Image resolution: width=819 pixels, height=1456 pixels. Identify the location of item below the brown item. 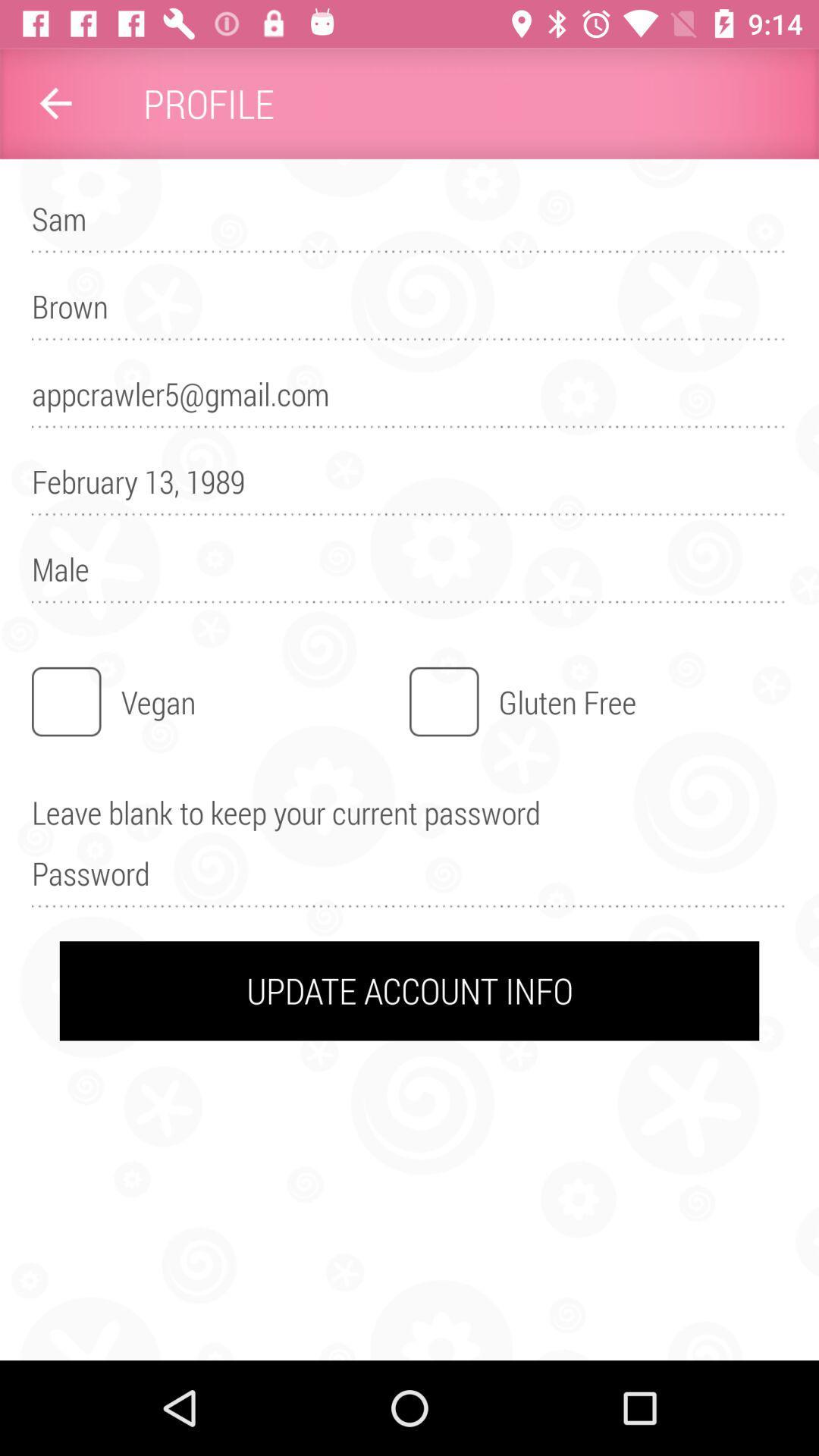
(409, 401).